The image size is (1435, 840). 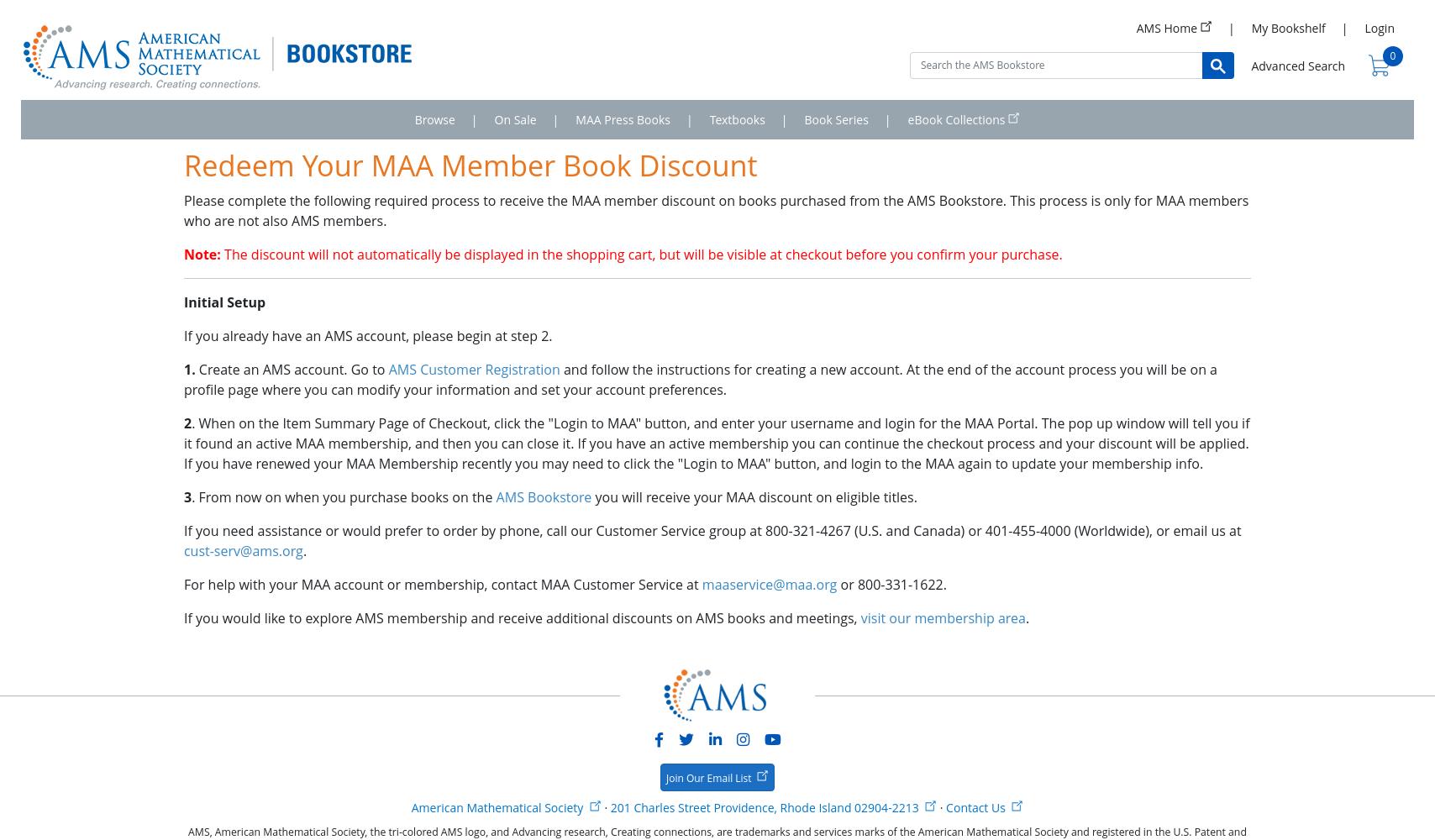 What do you see at coordinates (183, 423) in the screenshot?
I see `'2'` at bounding box center [183, 423].